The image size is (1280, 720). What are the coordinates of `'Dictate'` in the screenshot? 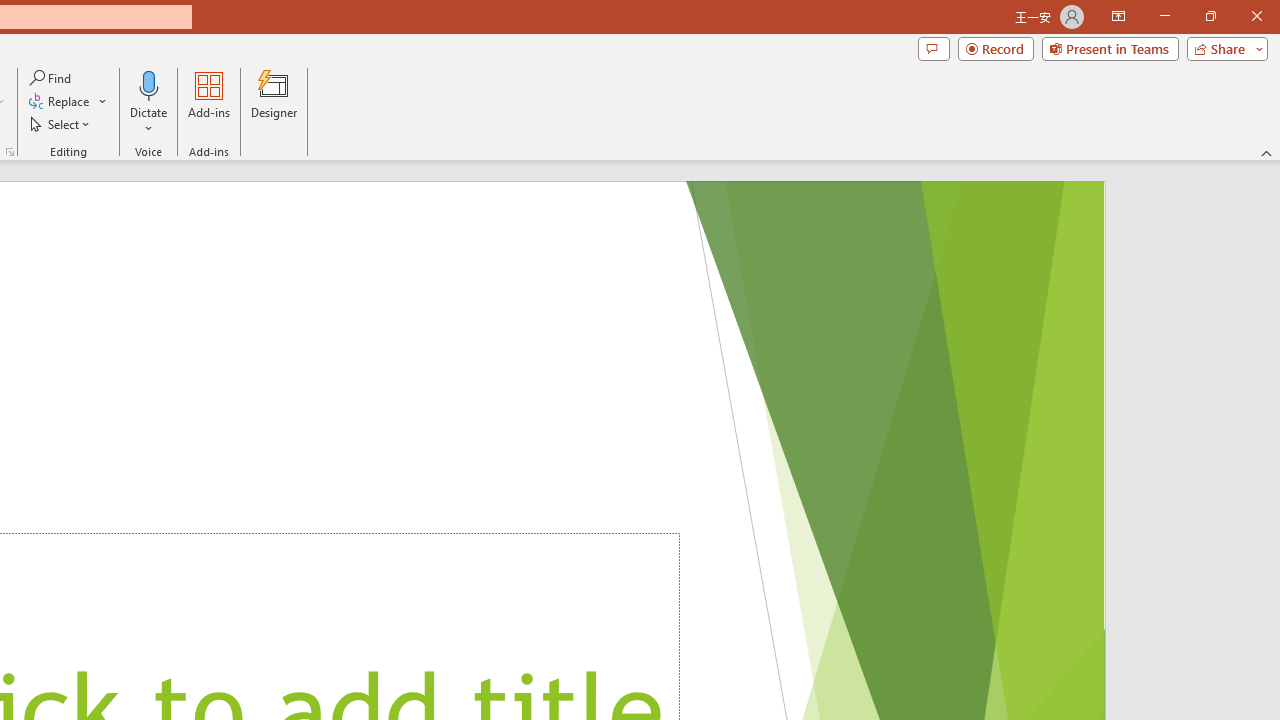 It's located at (148, 84).